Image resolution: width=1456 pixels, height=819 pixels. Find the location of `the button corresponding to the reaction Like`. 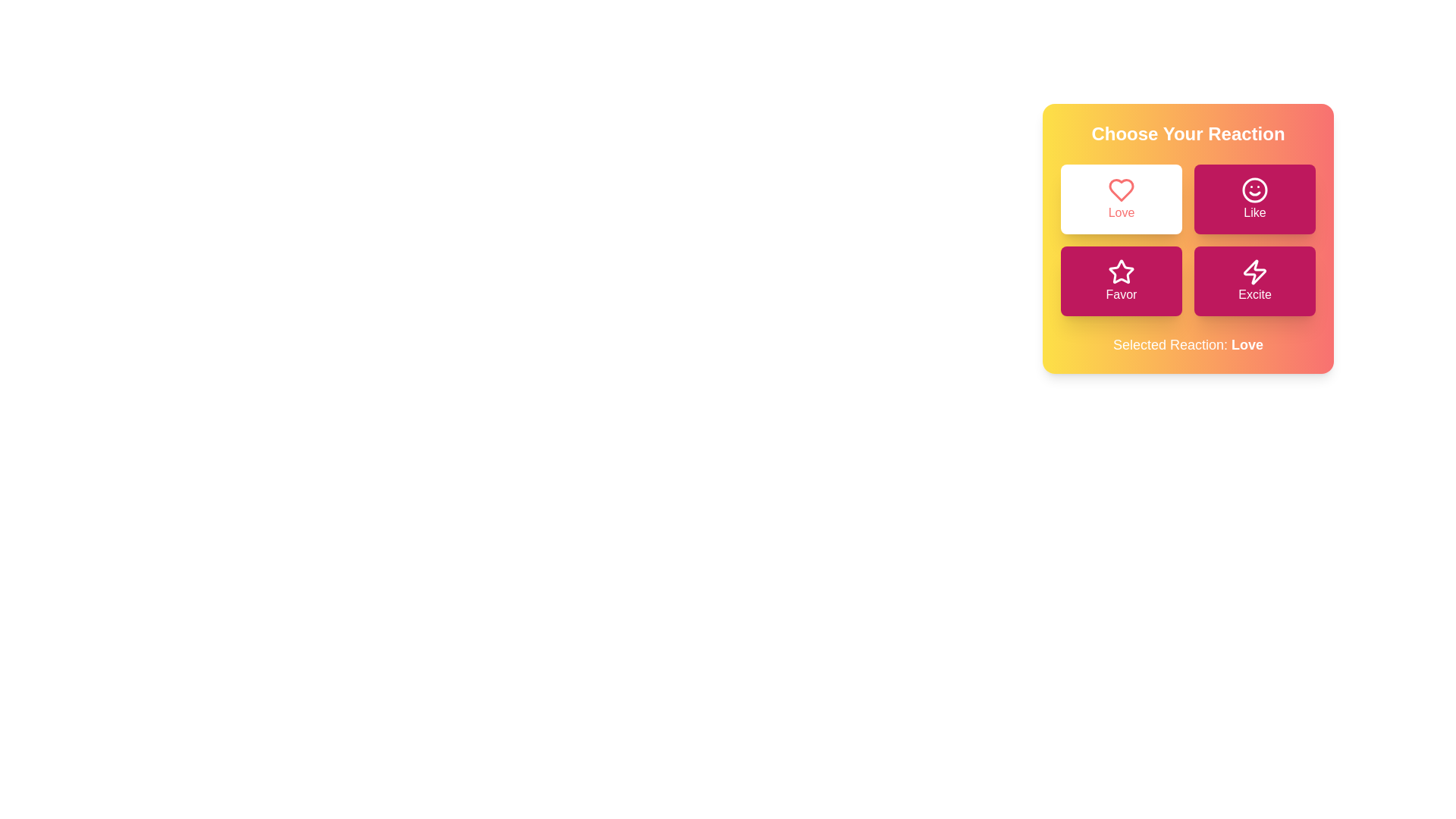

the button corresponding to the reaction Like is located at coordinates (1255, 198).